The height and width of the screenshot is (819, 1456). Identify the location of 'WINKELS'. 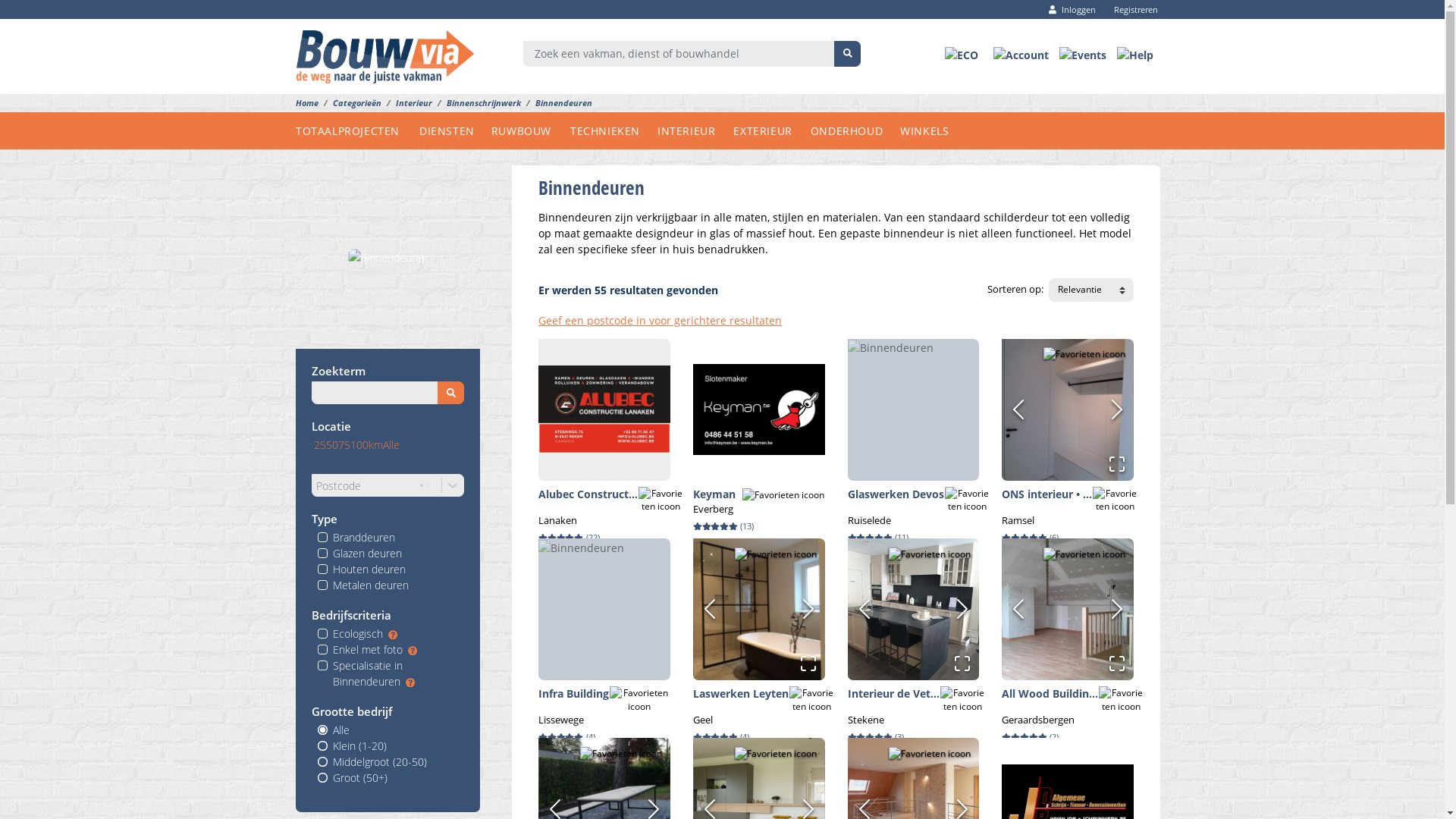
(932, 130).